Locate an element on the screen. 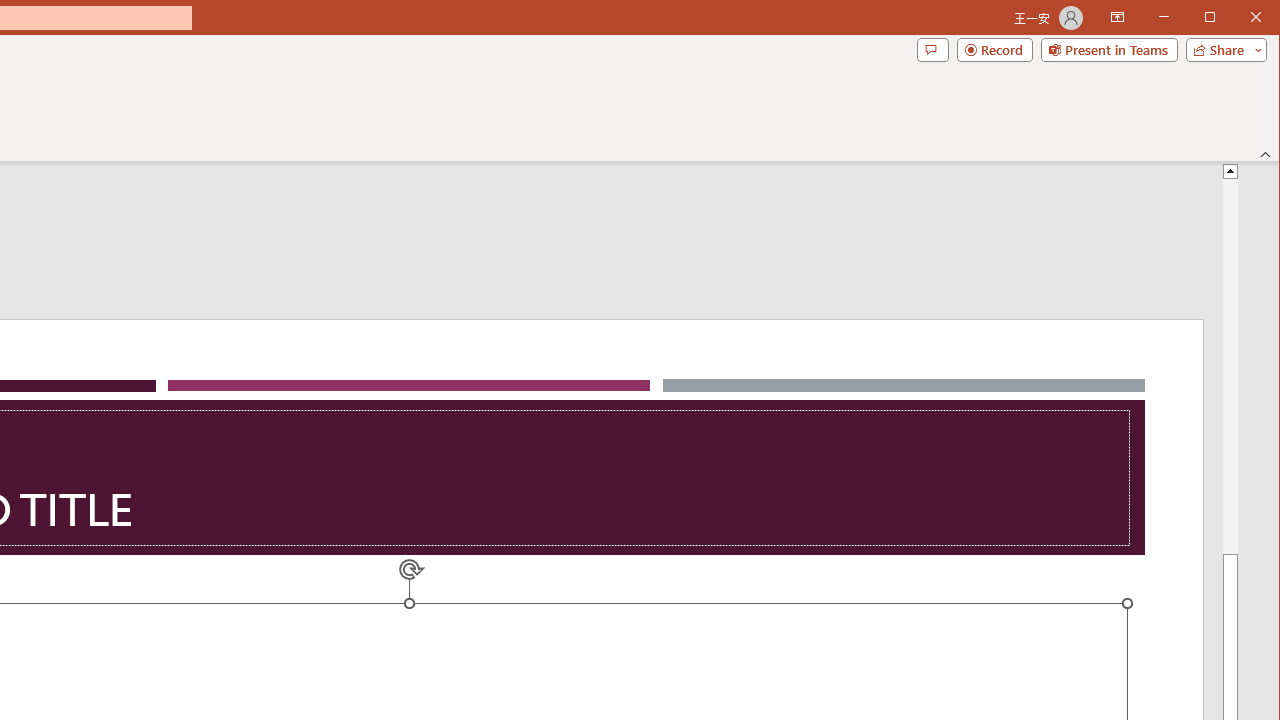 This screenshot has width=1280, height=720. 'Record' is located at coordinates (995, 49).